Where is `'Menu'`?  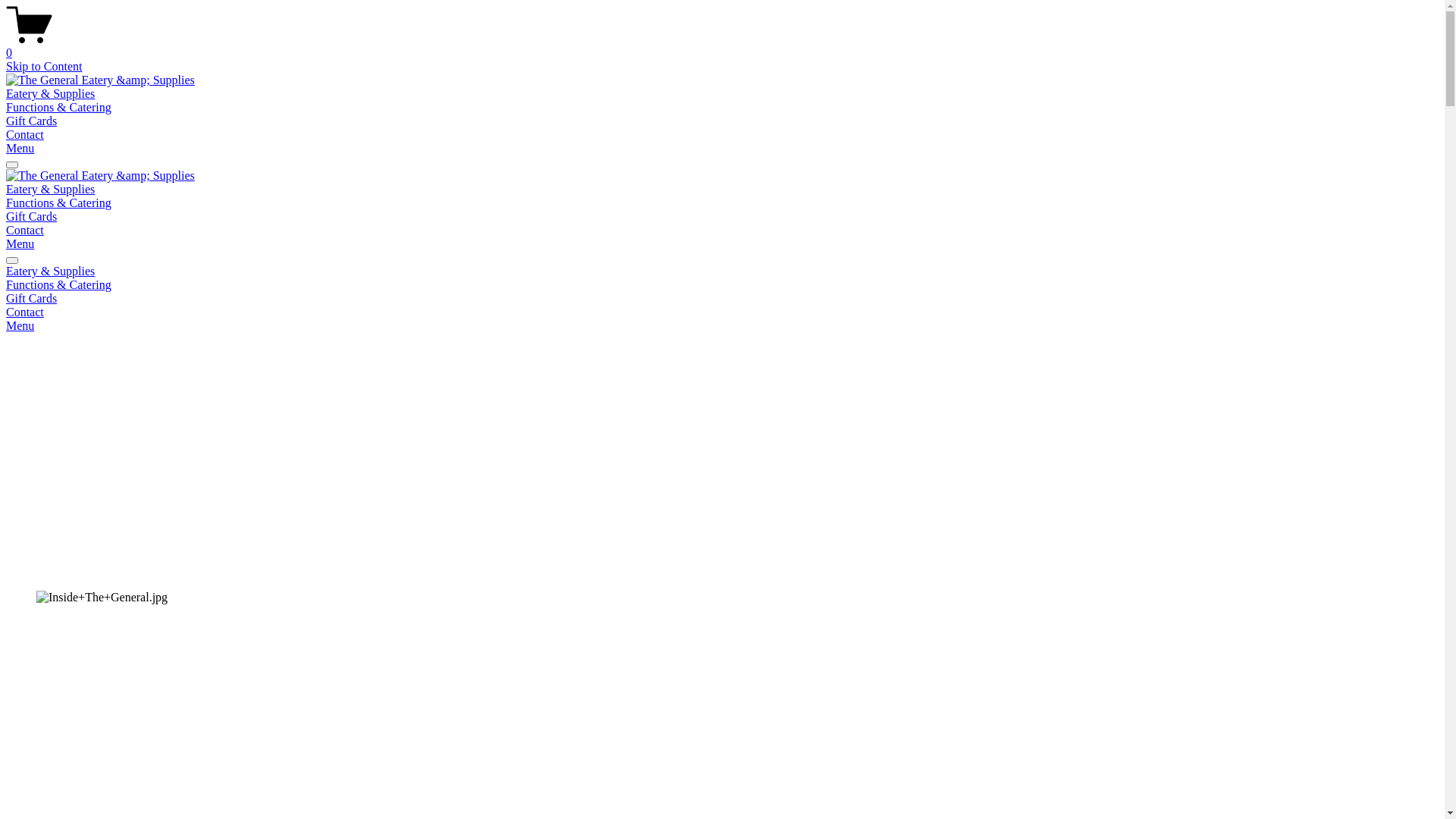
'Menu' is located at coordinates (6, 243).